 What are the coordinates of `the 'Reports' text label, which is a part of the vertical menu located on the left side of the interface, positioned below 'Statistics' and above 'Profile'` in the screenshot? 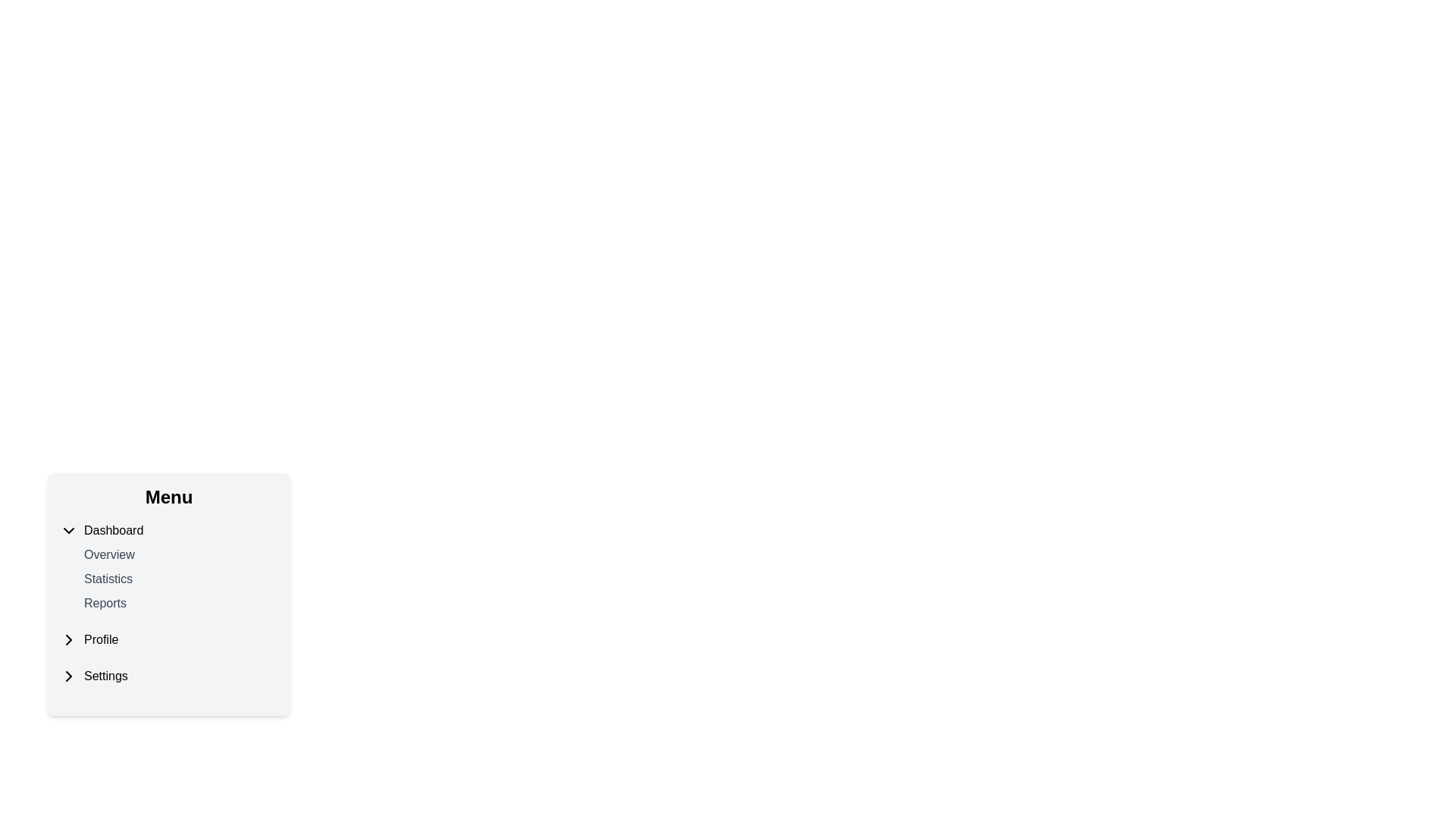 It's located at (105, 602).